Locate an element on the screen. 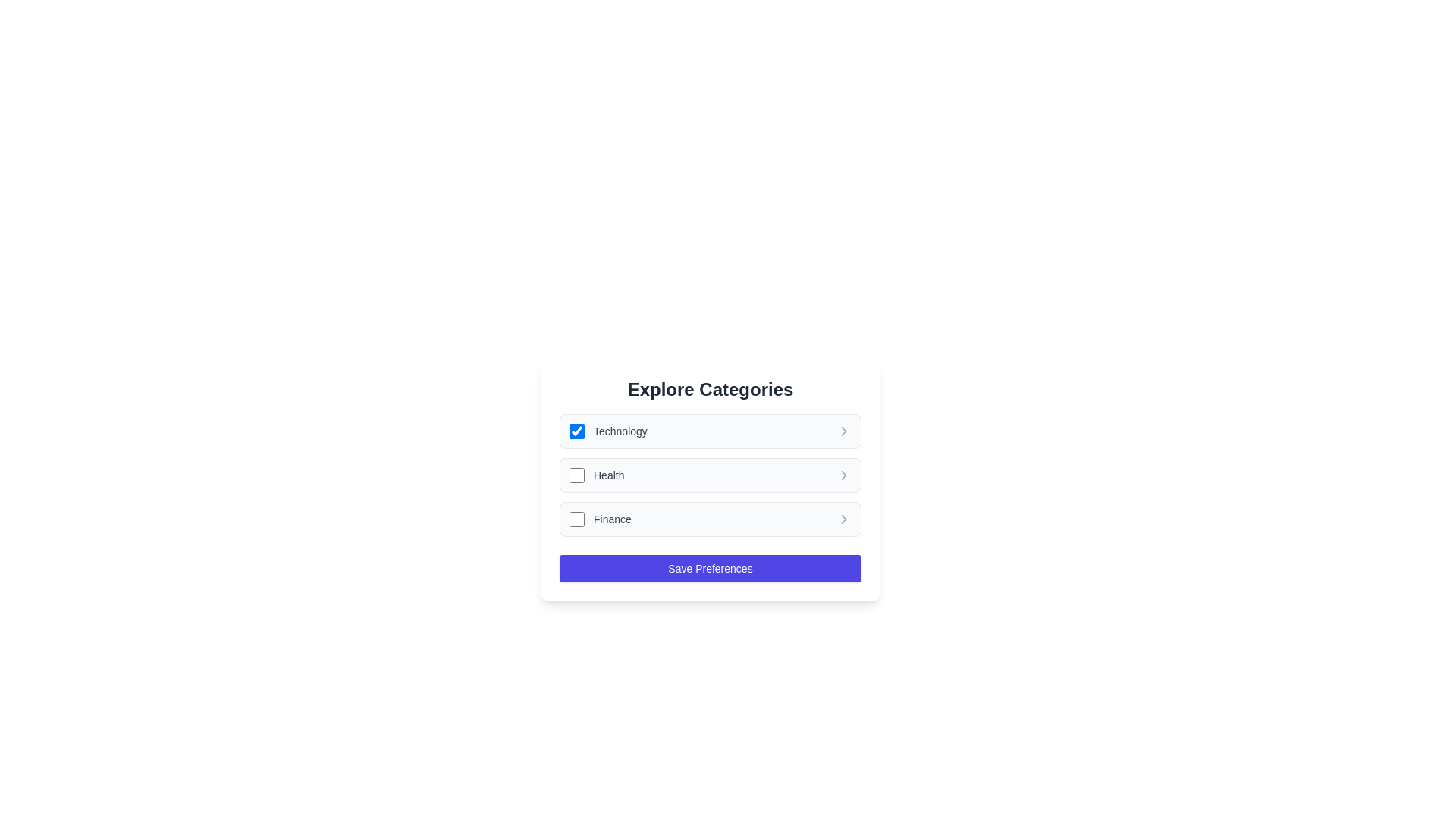 The width and height of the screenshot is (1456, 819). the list item Finance to observe its hover effect is located at coordinates (709, 519).